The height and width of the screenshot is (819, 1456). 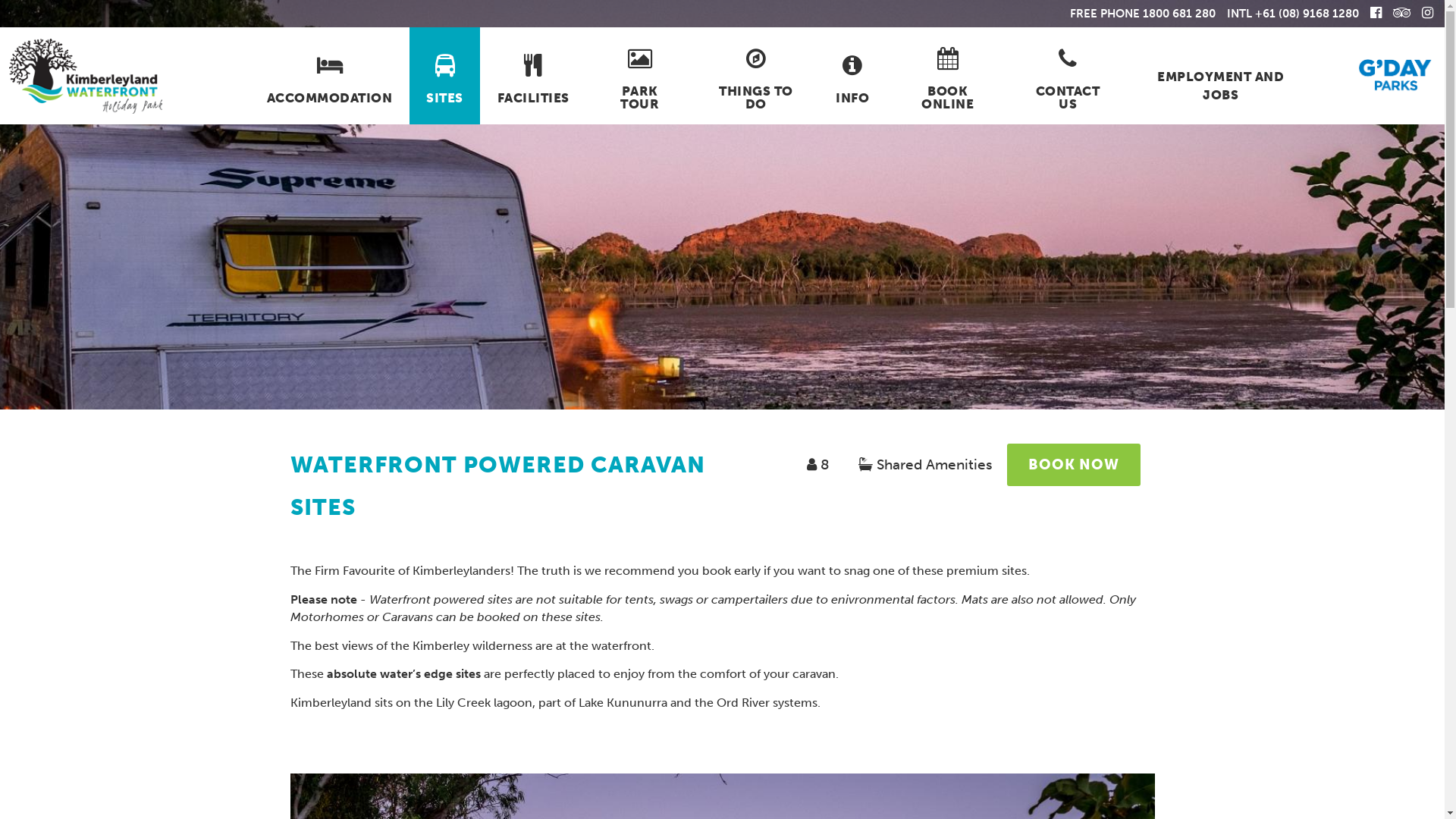 What do you see at coordinates (947, 76) in the screenshot?
I see `'BOOK ONLINE'` at bounding box center [947, 76].